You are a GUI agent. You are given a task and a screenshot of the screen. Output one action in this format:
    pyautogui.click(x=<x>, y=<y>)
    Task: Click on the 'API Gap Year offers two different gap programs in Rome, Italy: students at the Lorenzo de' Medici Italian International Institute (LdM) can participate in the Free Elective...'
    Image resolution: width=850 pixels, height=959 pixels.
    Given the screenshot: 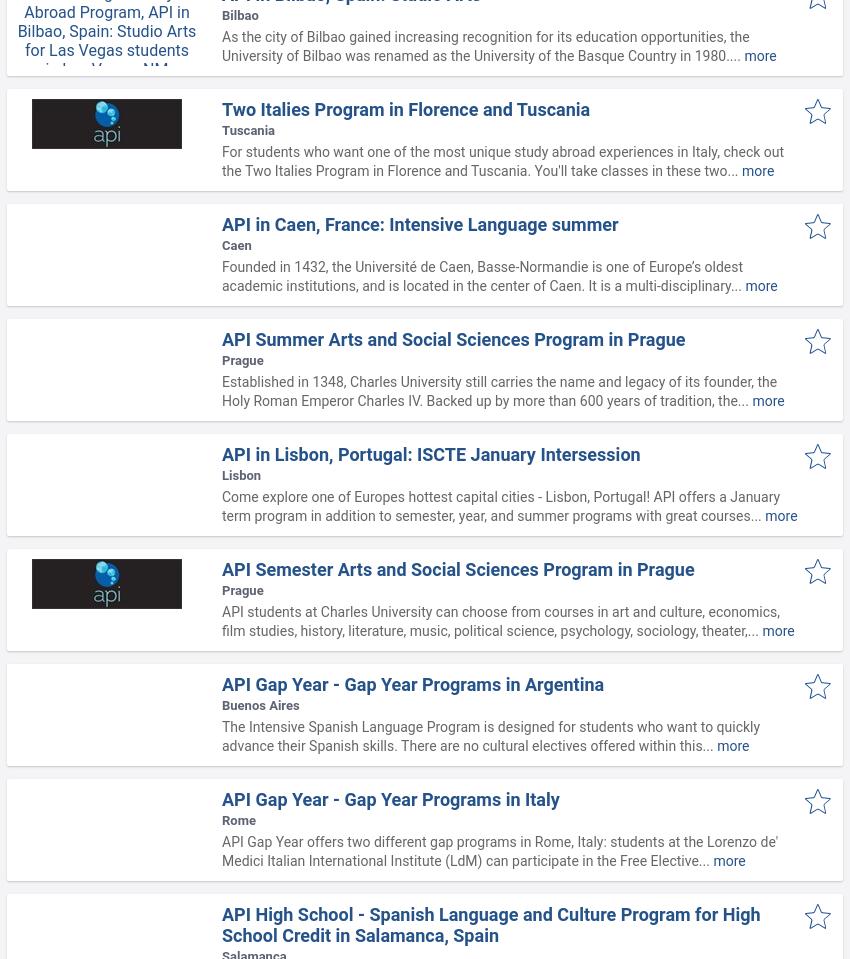 What is the action you would take?
    pyautogui.click(x=499, y=850)
    